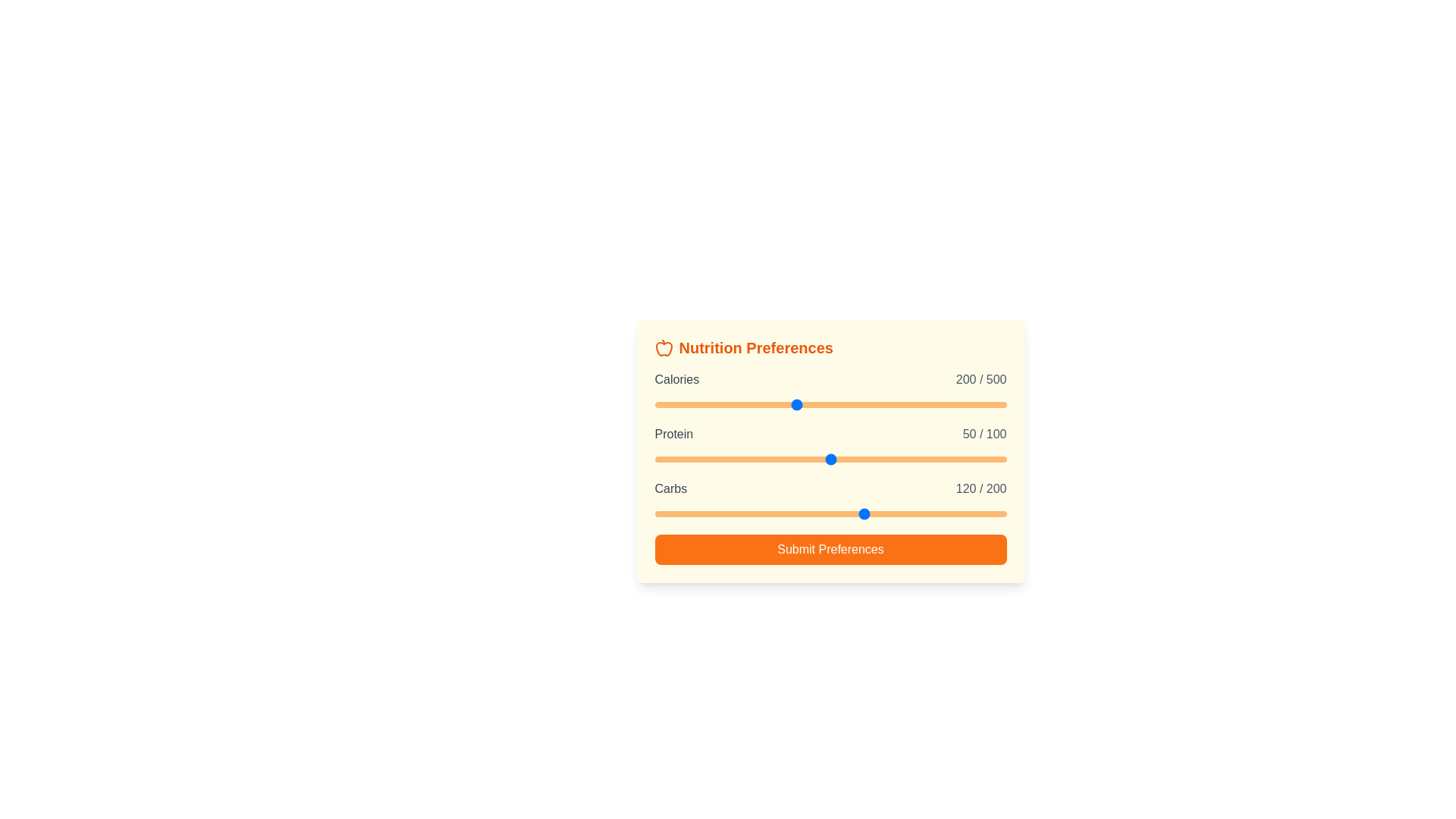 The height and width of the screenshot is (819, 1456). I want to click on the caloric value, so click(695, 403).